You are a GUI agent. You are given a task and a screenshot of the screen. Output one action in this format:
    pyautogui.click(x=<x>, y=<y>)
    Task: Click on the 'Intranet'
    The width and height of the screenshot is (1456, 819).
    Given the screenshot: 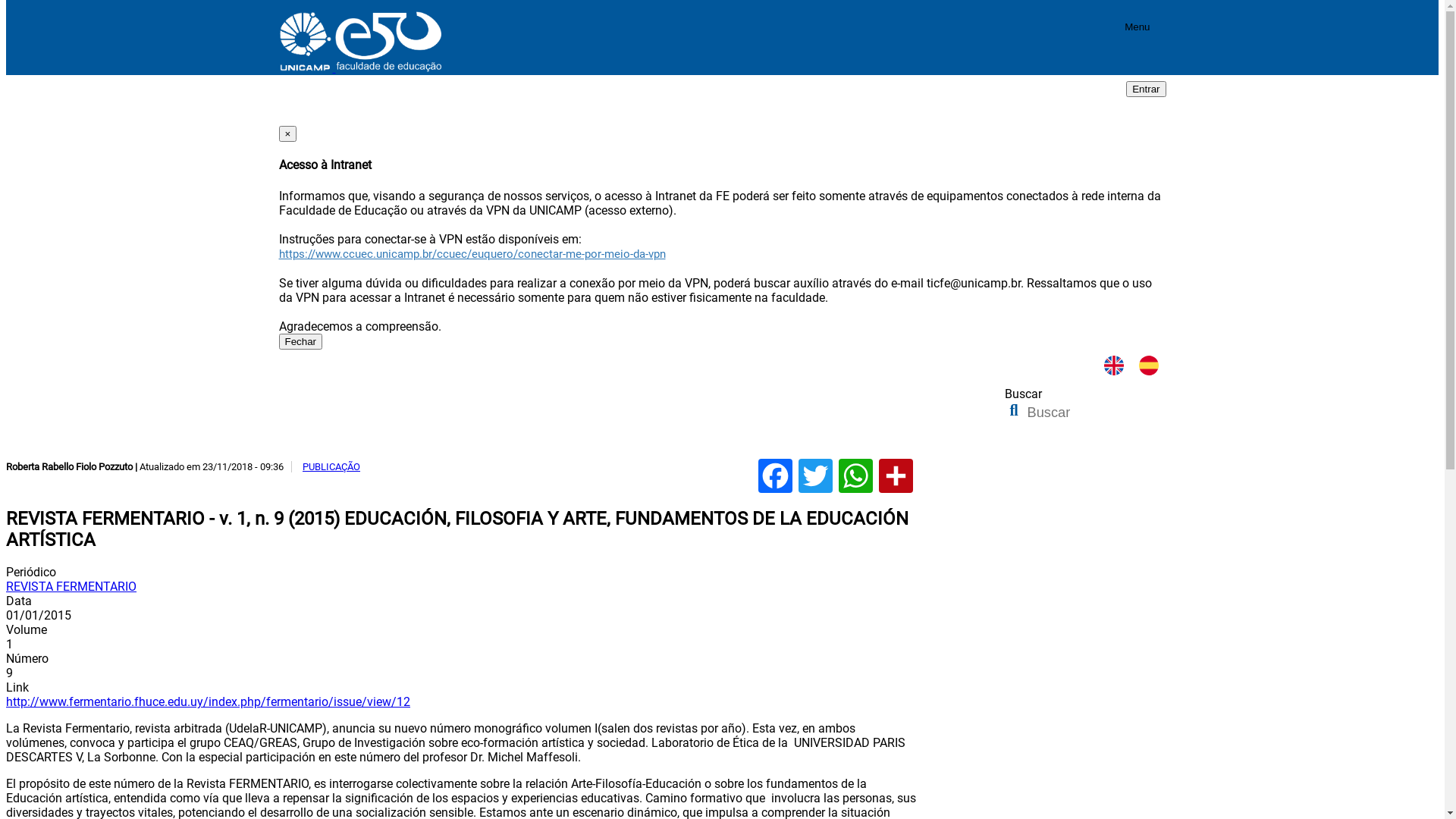 What is the action you would take?
    pyautogui.click(x=279, y=113)
    